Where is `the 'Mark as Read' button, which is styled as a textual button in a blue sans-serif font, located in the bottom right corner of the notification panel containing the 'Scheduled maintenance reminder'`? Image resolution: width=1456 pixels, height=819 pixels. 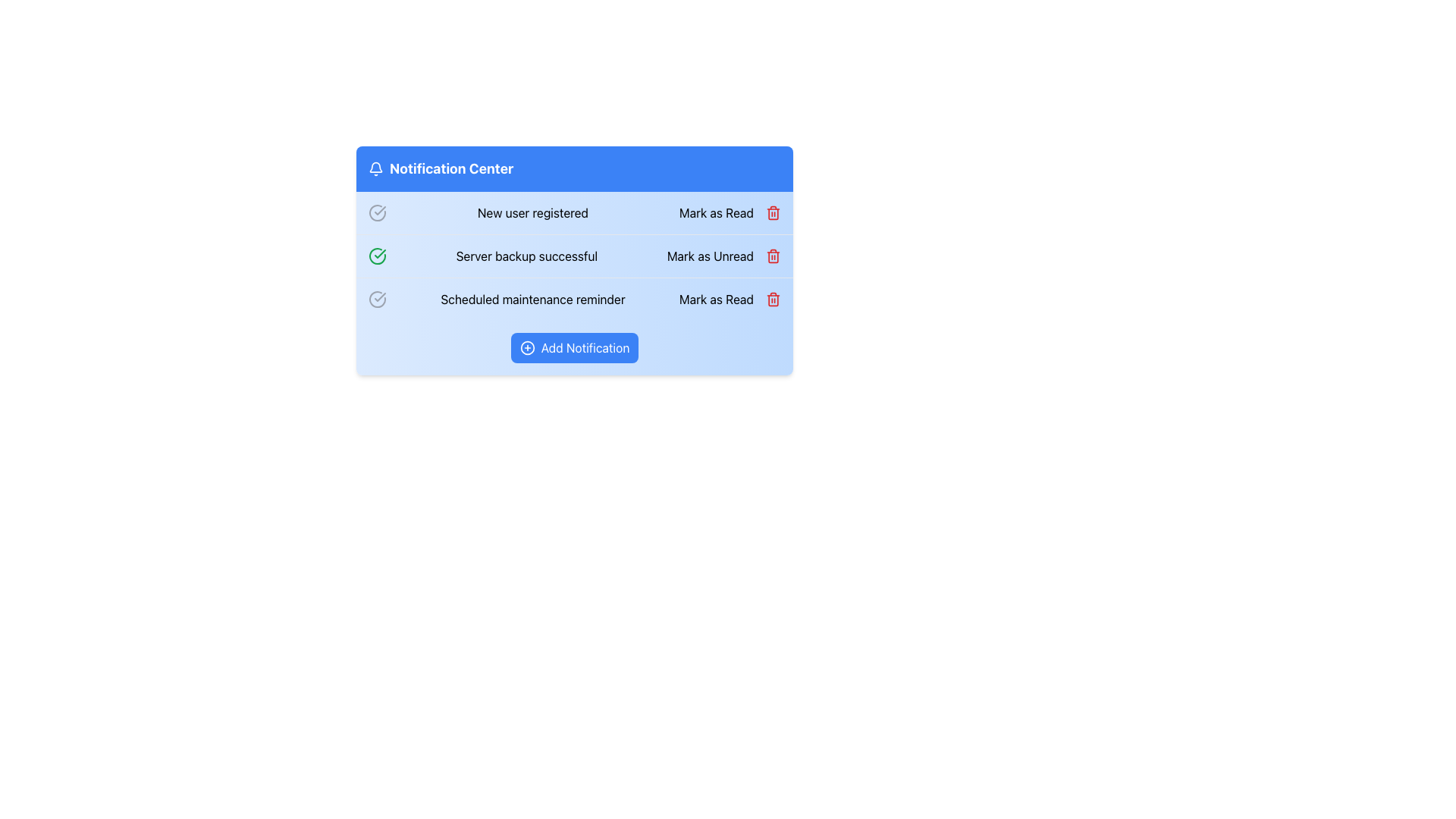
the 'Mark as Read' button, which is styled as a textual button in a blue sans-serif font, located in the bottom right corner of the notification panel containing the 'Scheduled maintenance reminder' is located at coordinates (716, 299).